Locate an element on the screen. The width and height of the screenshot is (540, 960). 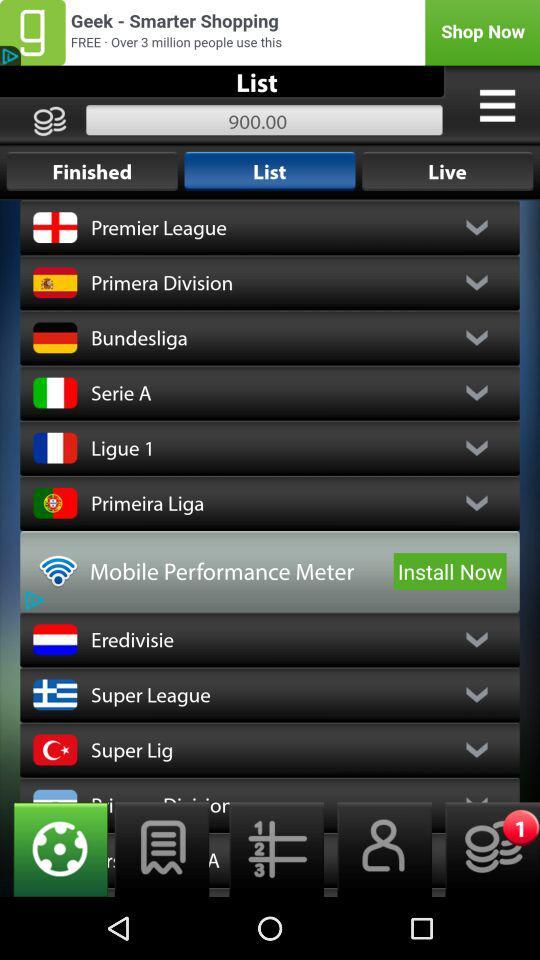
notification is located at coordinates (485, 848).